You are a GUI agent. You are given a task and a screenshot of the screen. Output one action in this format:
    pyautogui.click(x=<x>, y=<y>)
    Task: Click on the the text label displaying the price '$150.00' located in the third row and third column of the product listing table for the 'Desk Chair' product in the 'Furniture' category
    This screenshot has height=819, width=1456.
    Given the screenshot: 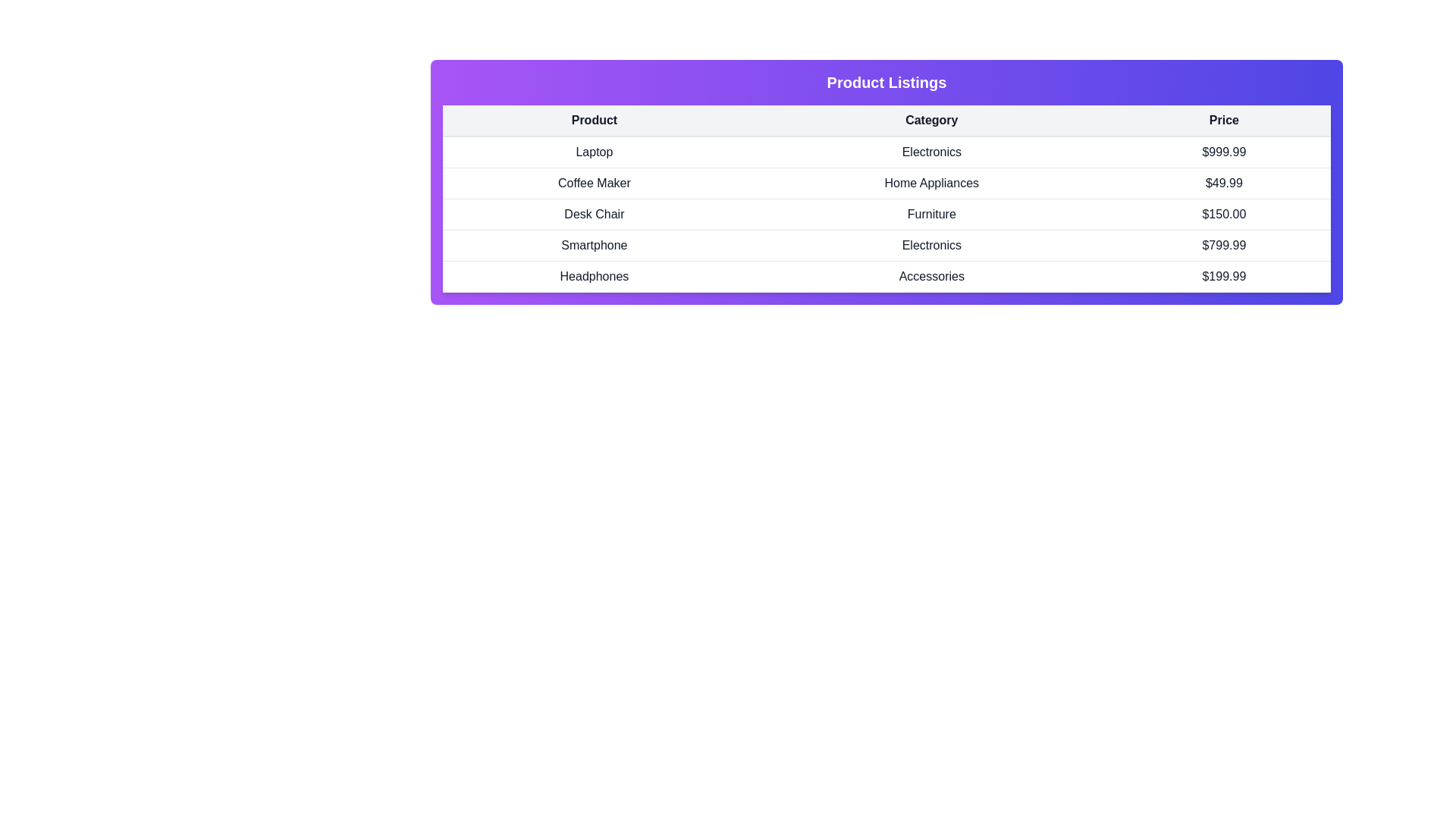 What is the action you would take?
    pyautogui.click(x=1224, y=214)
    